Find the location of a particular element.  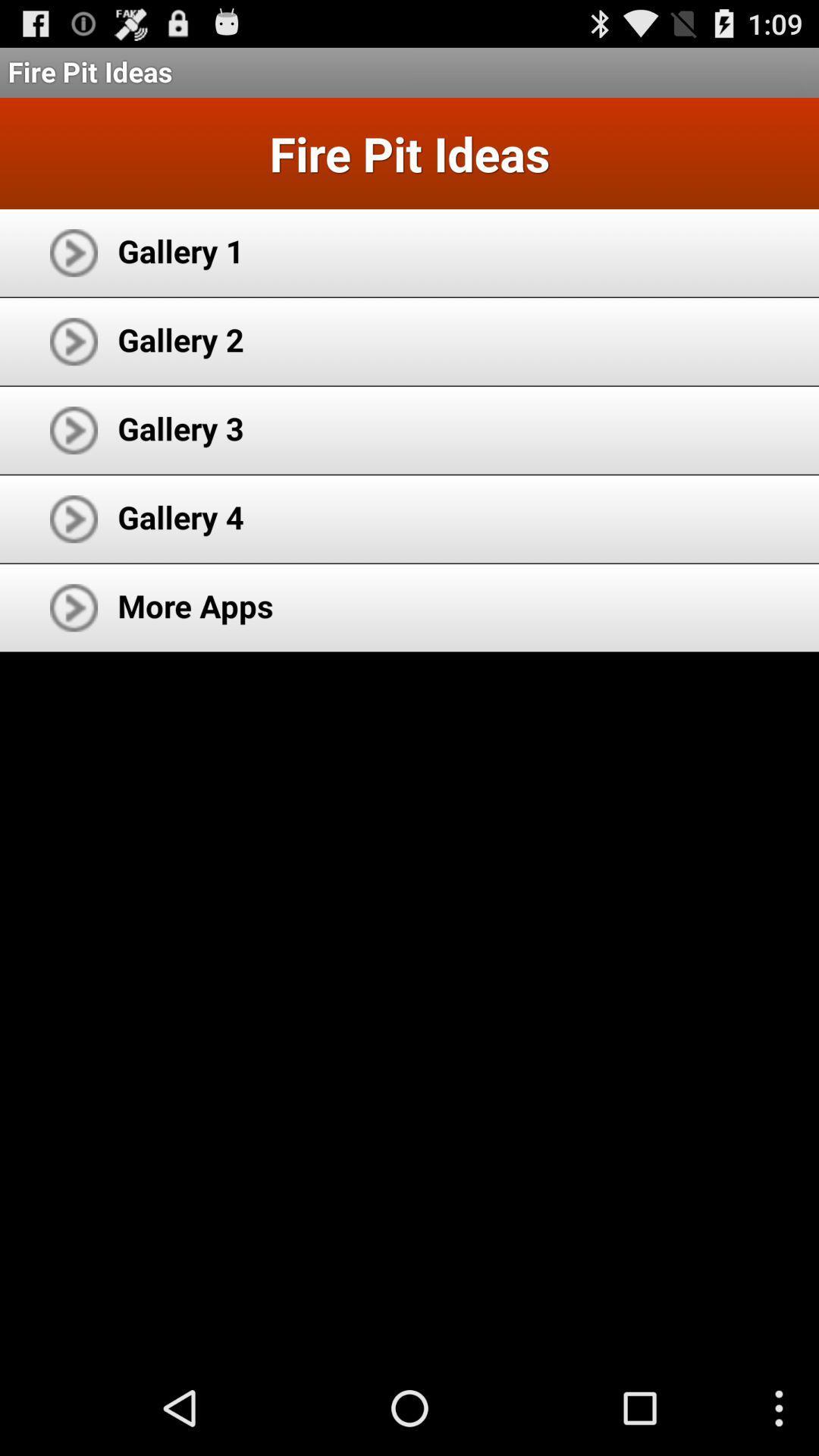

the item above gallery 4 app is located at coordinates (180, 427).